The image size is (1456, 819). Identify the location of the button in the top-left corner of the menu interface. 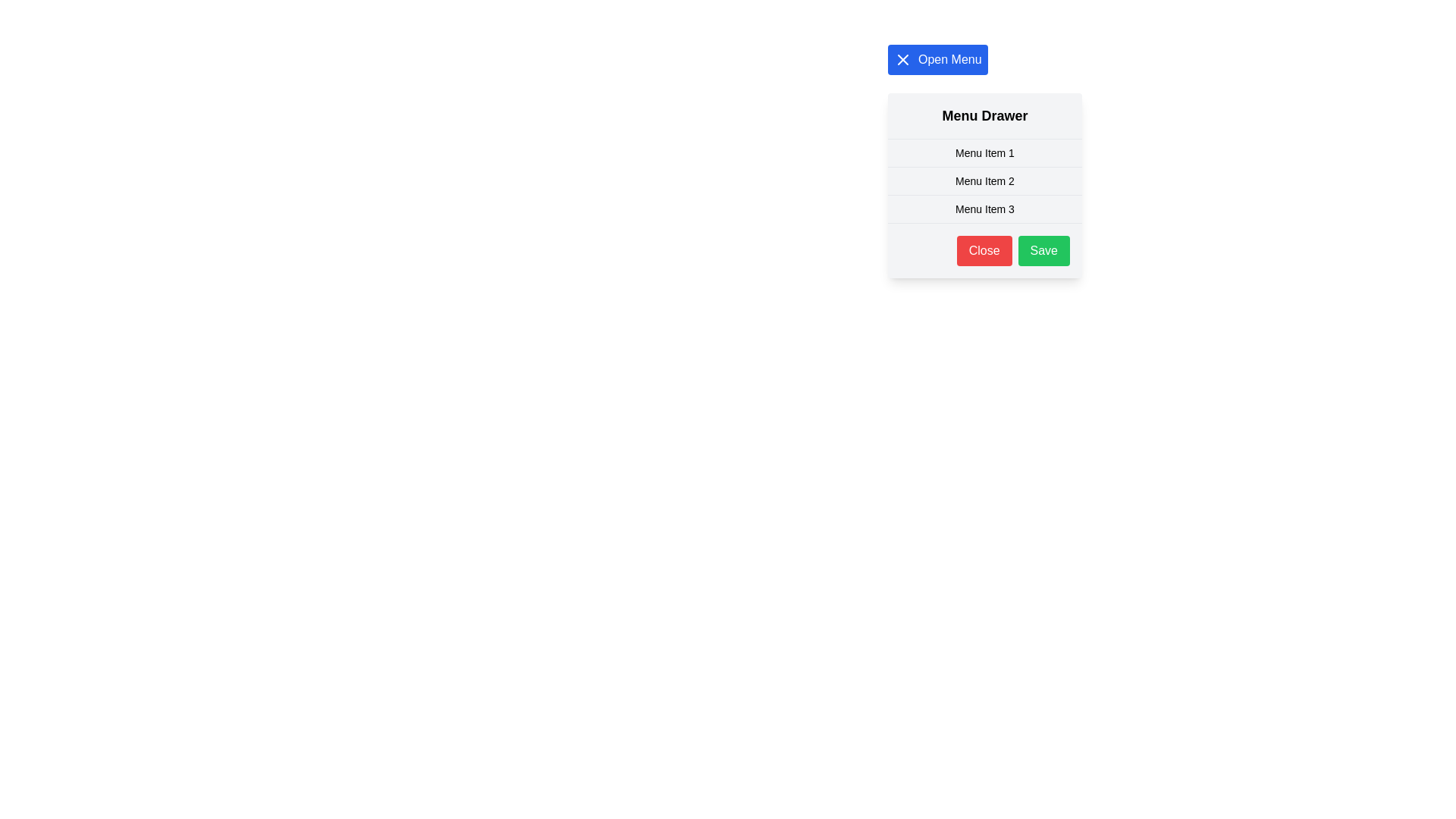
(937, 58).